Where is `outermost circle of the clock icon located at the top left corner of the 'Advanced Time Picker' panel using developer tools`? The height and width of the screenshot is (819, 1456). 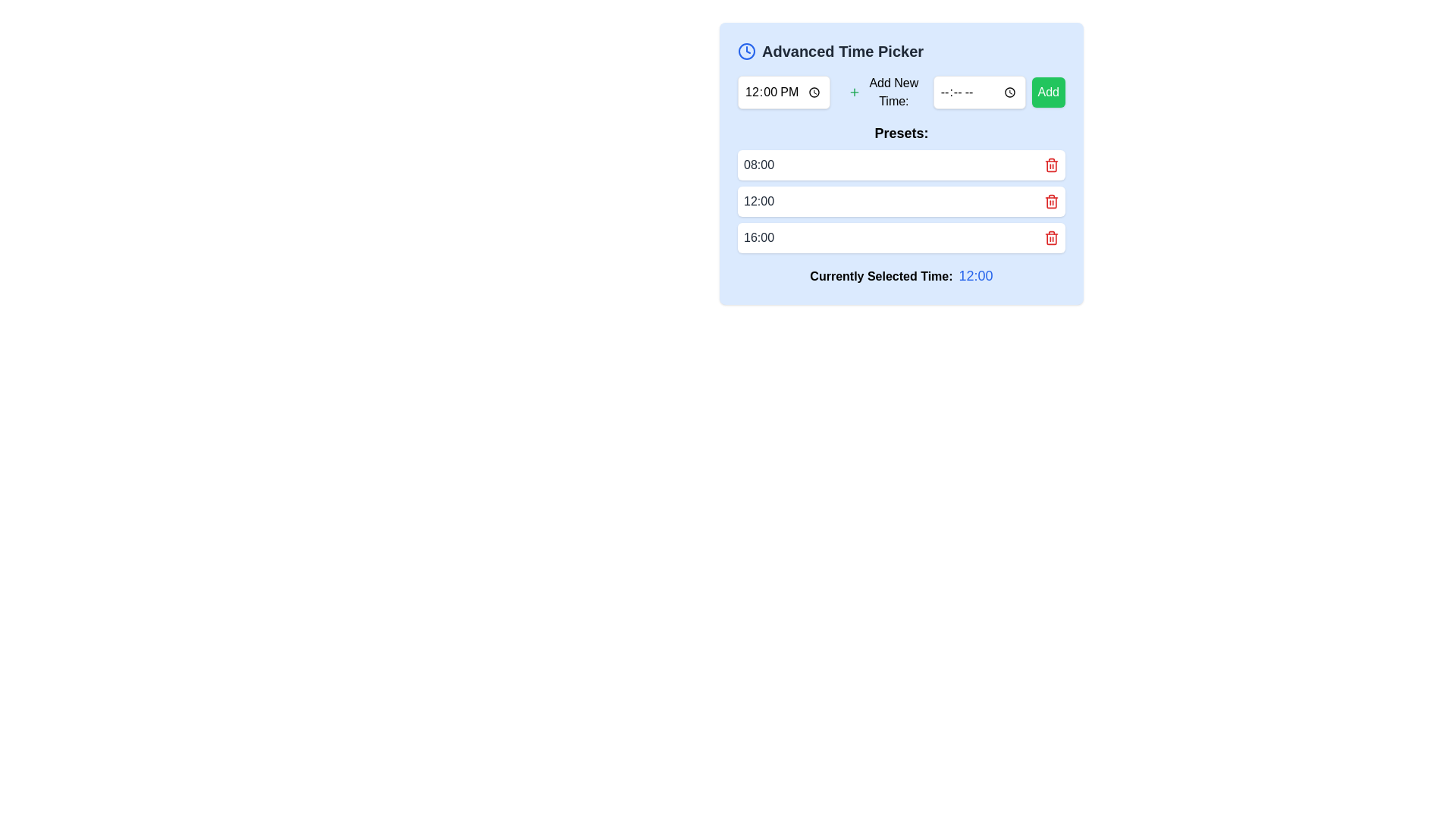 outermost circle of the clock icon located at the top left corner of the 'Advanced Time Picker' panel using developer tools is located at coordinates (746, 51).